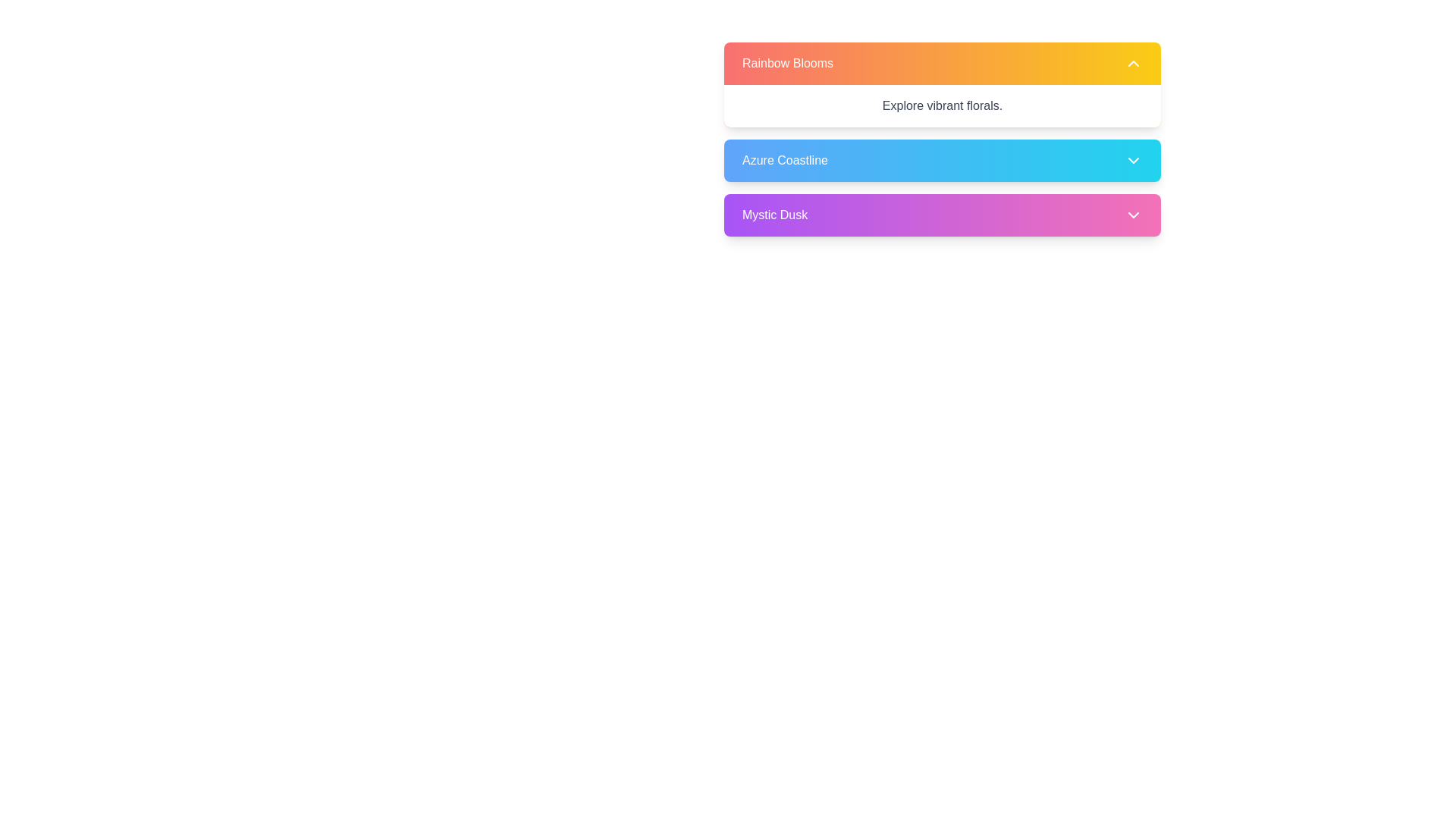 This screenshot has width=1456, height=819. I want to click on the second collapsible header located between 'Rainbow Blooms' and 'Mystic Dusk', so click(942, 146).